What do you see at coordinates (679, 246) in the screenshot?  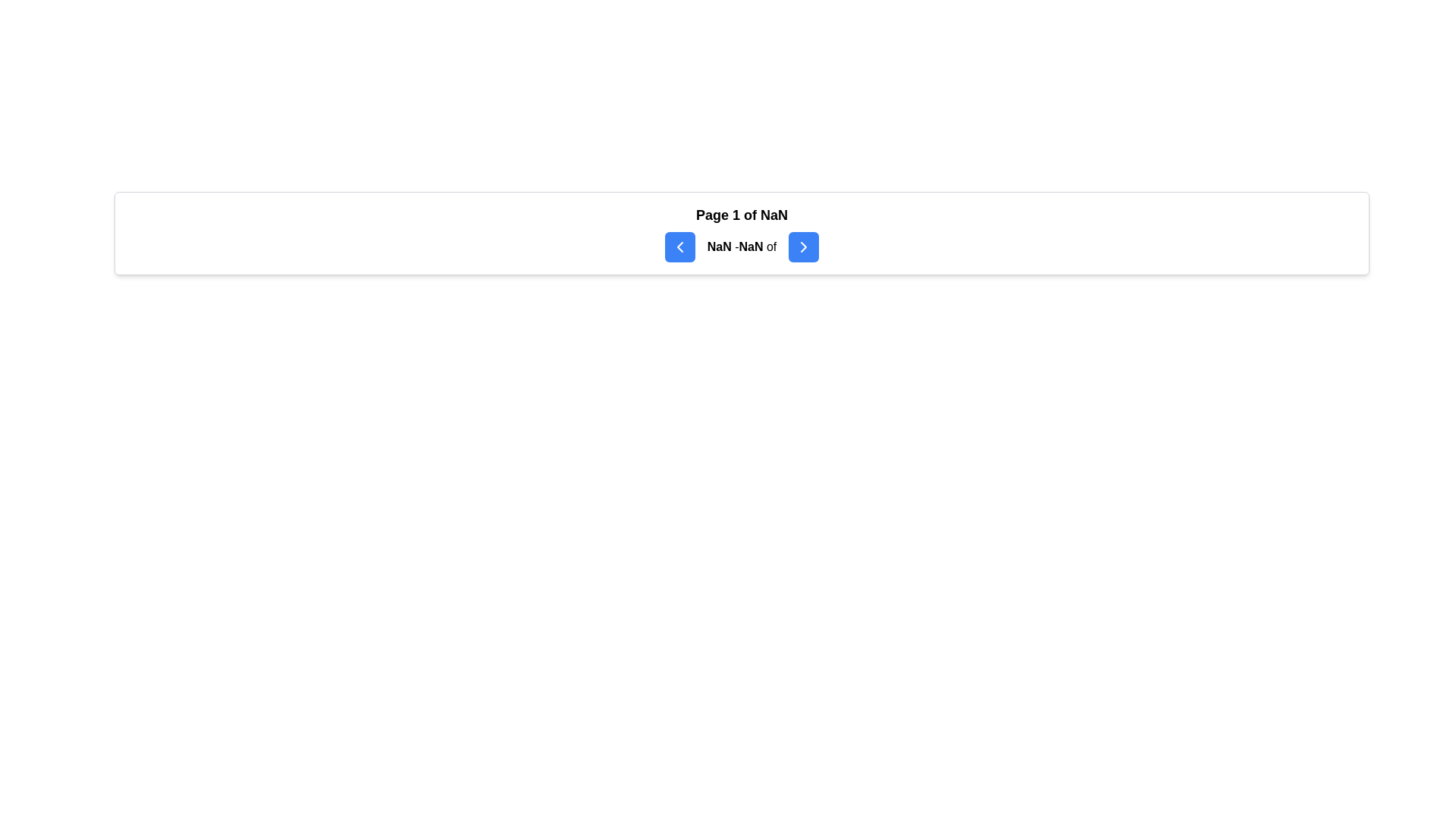 I see `the blue circular button containing the left-pointing chevron icon located at the middle of the top section of the interface` at bounding box center [679, 246].